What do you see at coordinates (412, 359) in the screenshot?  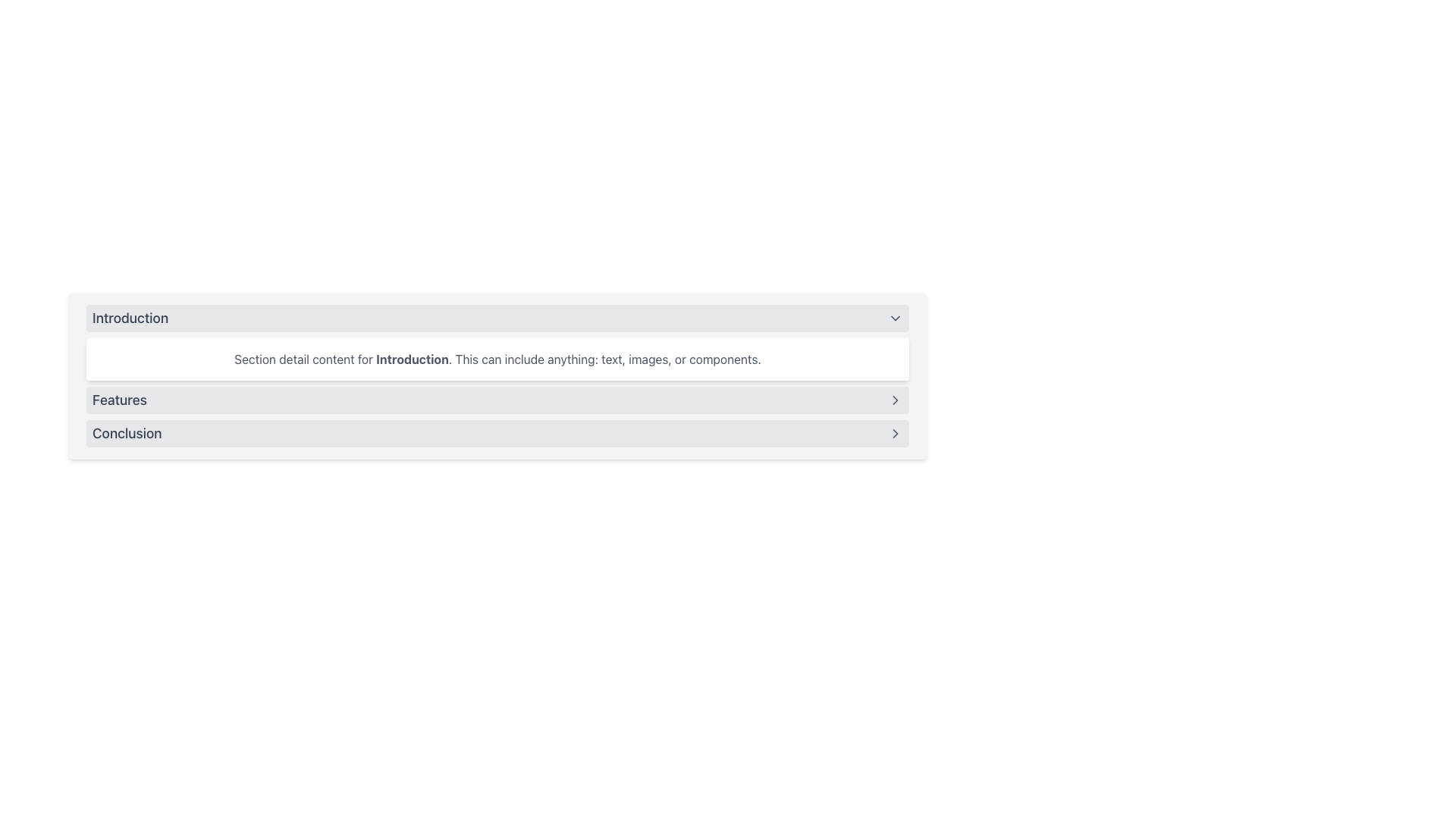 I see `the contextual text indicating the highlighted subtopic within the 'Introduction' section, located below the 'Introduction' header and above the 'Features' and 'Conclusion' sections` at bounding box center [412, 359].